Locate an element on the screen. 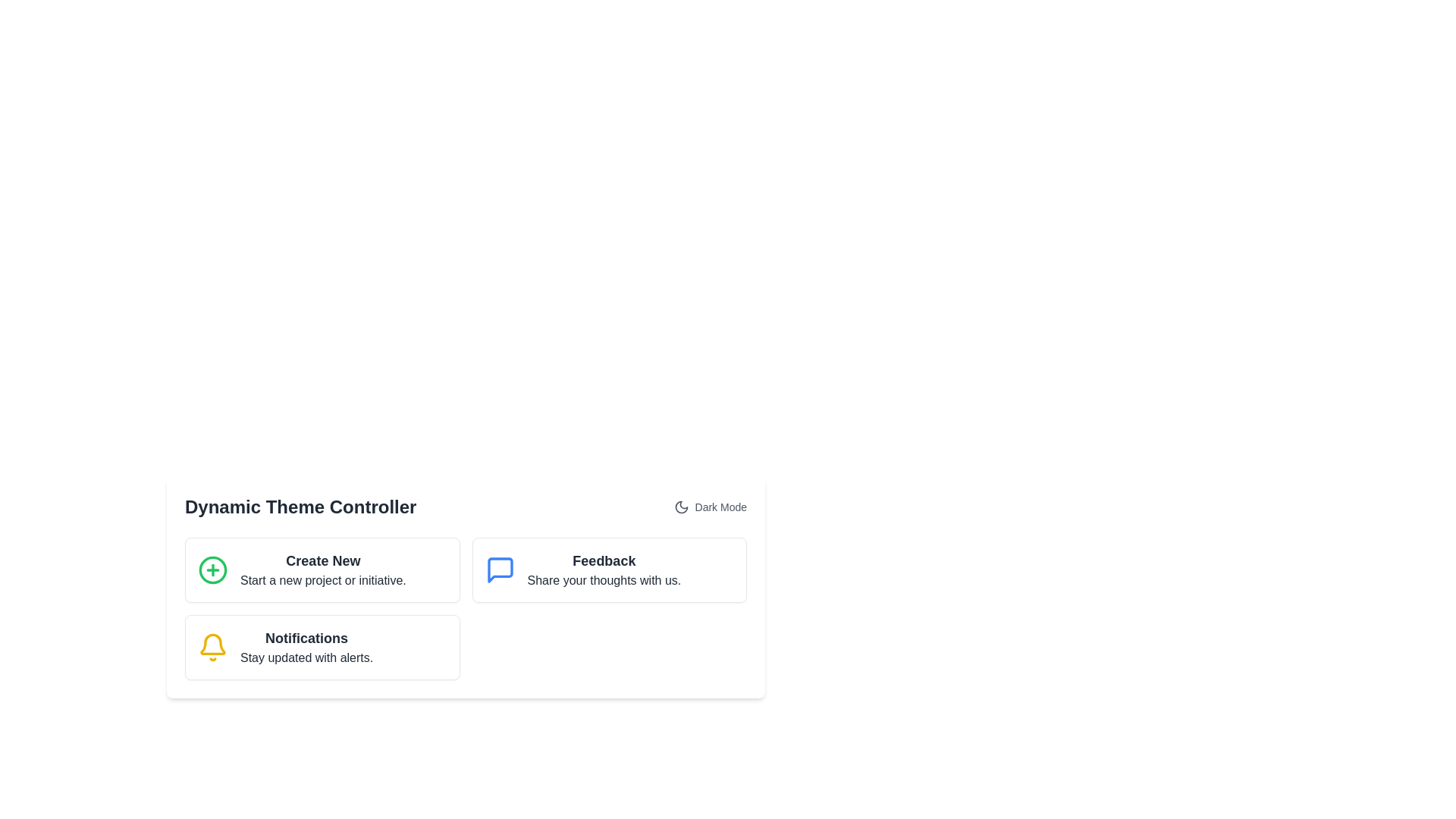 The height and width of the screenshot is (819, 1456). the 'Dark Mode' text label that indicates the functionality of the adjacent toggle for enabling or disabling dark mode in the application is located at coordinates (720, 507).